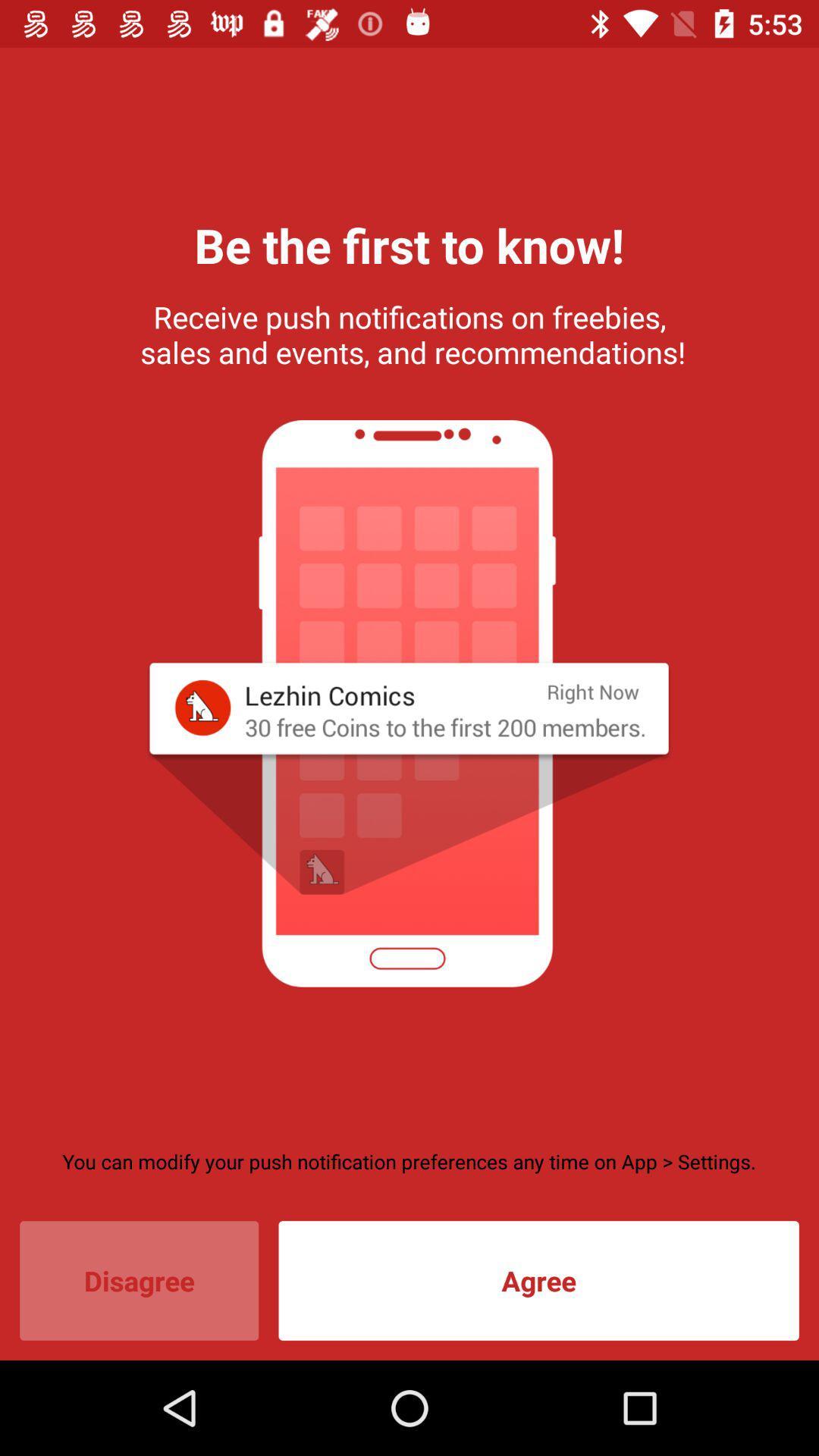  I want to click on item below the you can modify icon, so click(139, 1280).